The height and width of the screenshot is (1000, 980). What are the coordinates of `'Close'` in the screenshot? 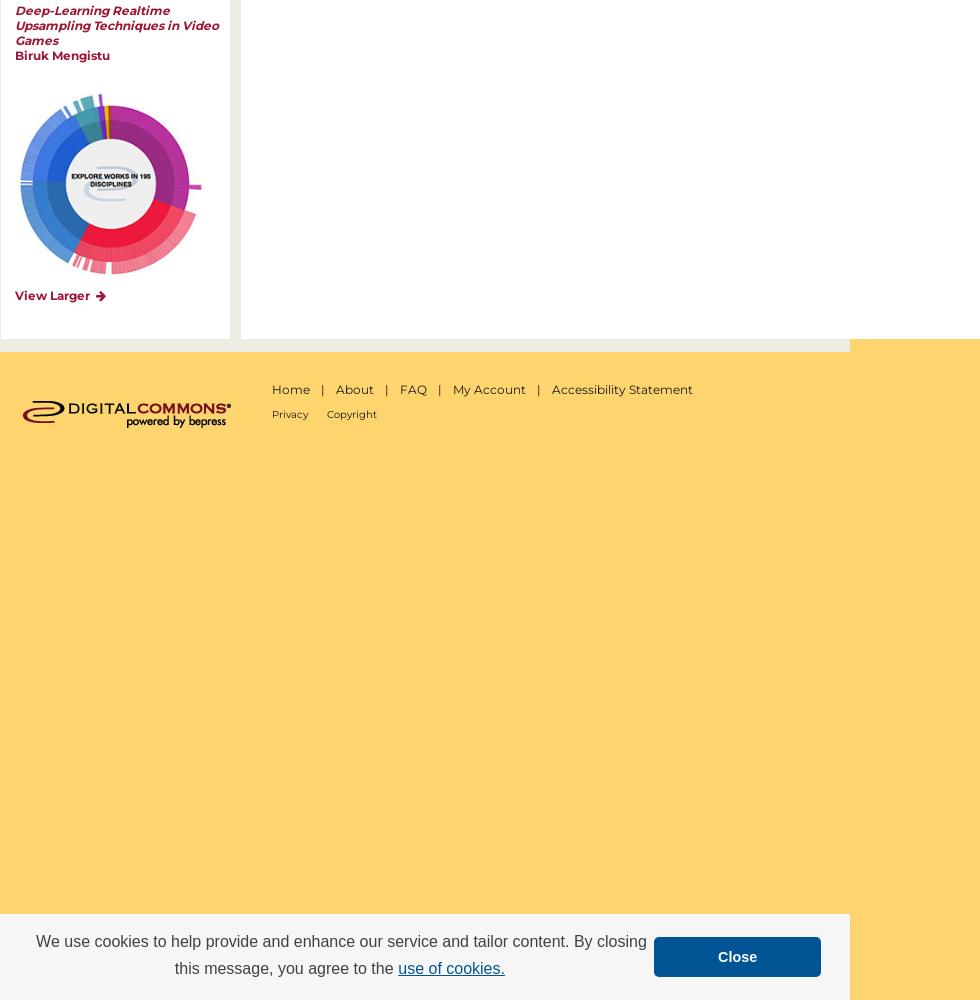 It's located at (737, 955).